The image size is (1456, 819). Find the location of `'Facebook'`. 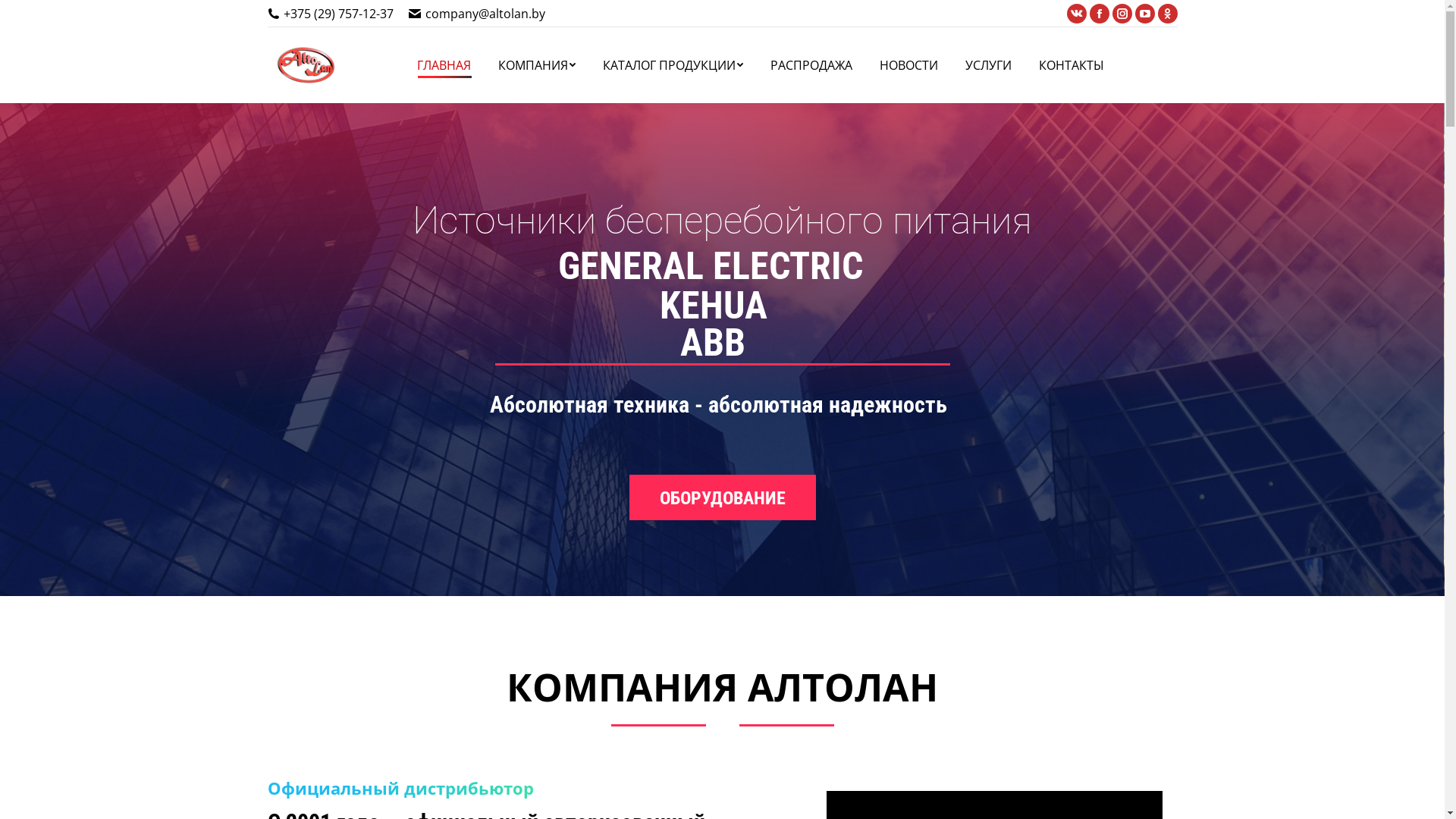

'Facebook' is located at coordinates (1099, 14).